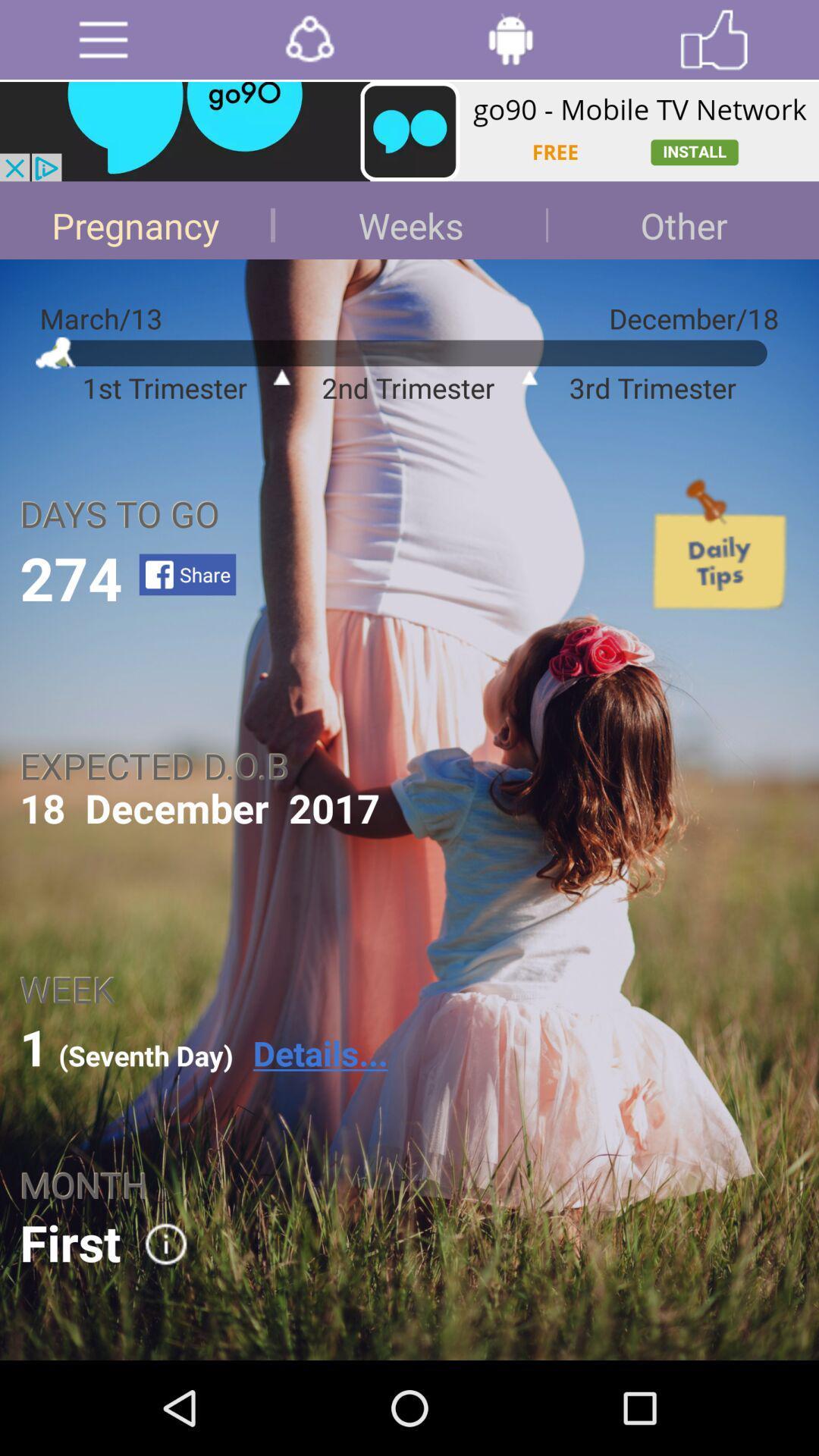 The height and width of the screenshot is (1456, 819). I want to click on the option which is after menu option, so click(309, 39).